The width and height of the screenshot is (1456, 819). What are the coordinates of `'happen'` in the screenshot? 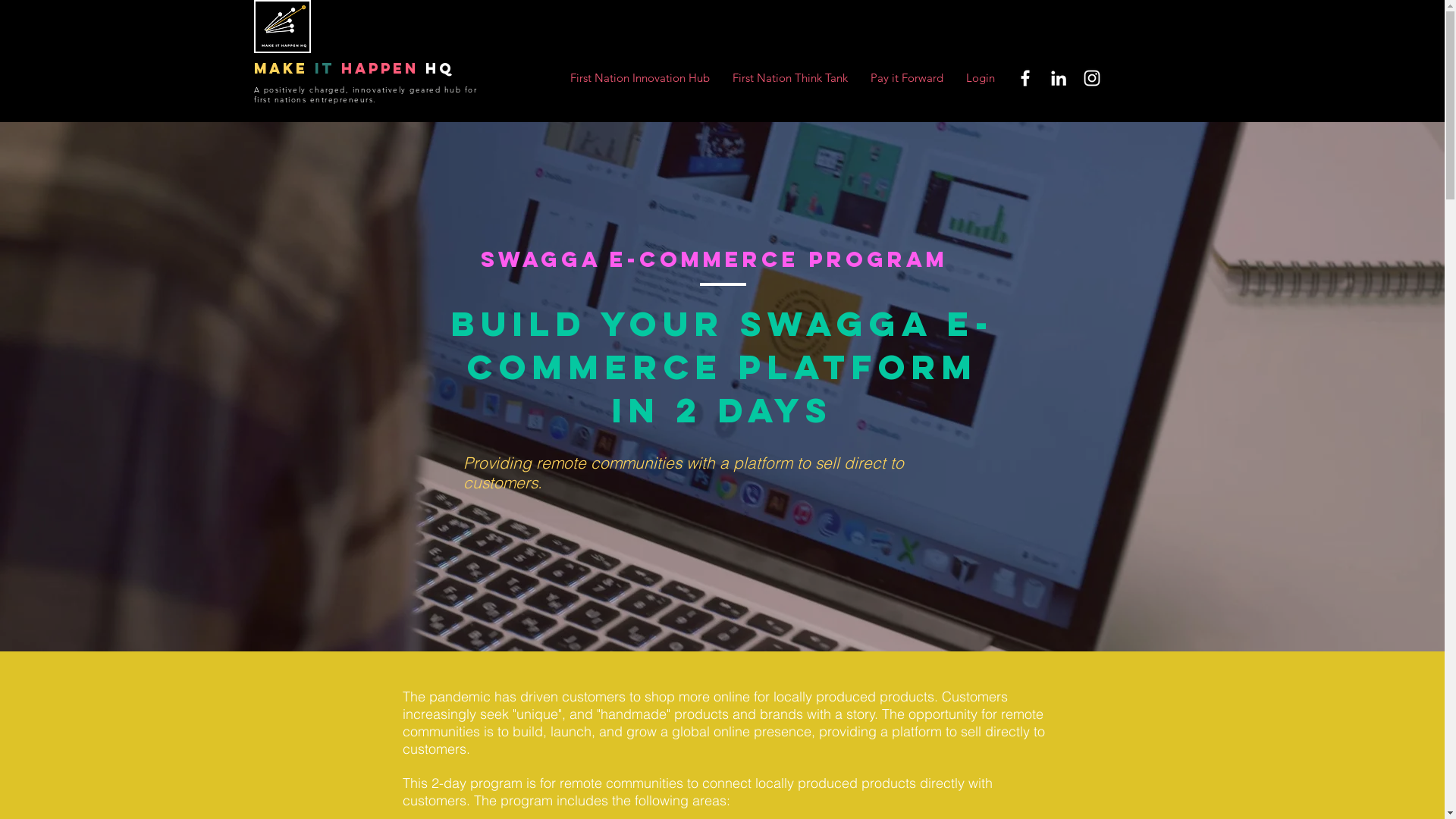 It's located at (379, 67).